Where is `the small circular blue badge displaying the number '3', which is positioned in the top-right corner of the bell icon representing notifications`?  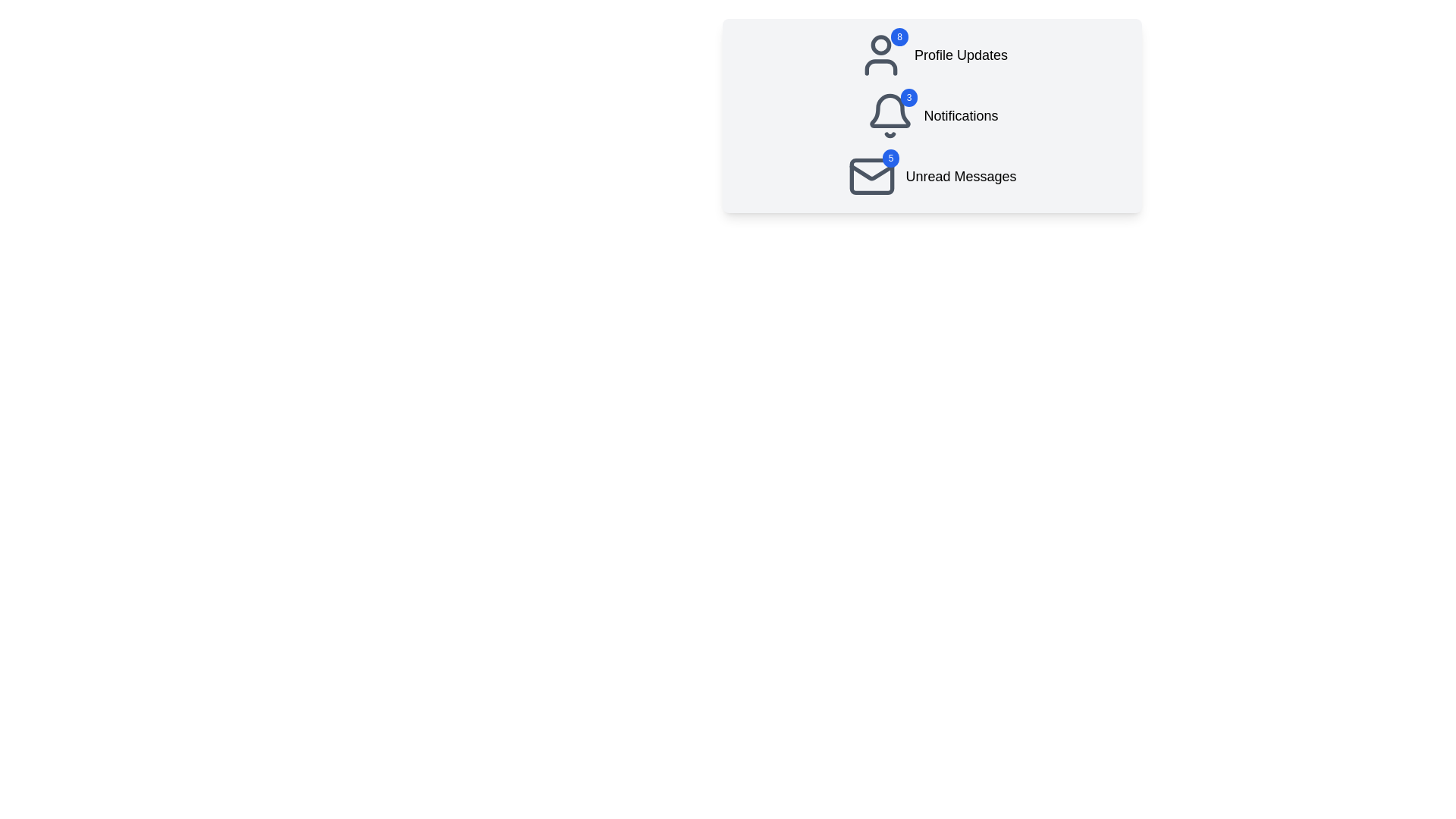
the small circular blue badge displaying the number '3', which is positioned in the top-right corner of the bell icon representing notifications is located at coordinates (909, 97).